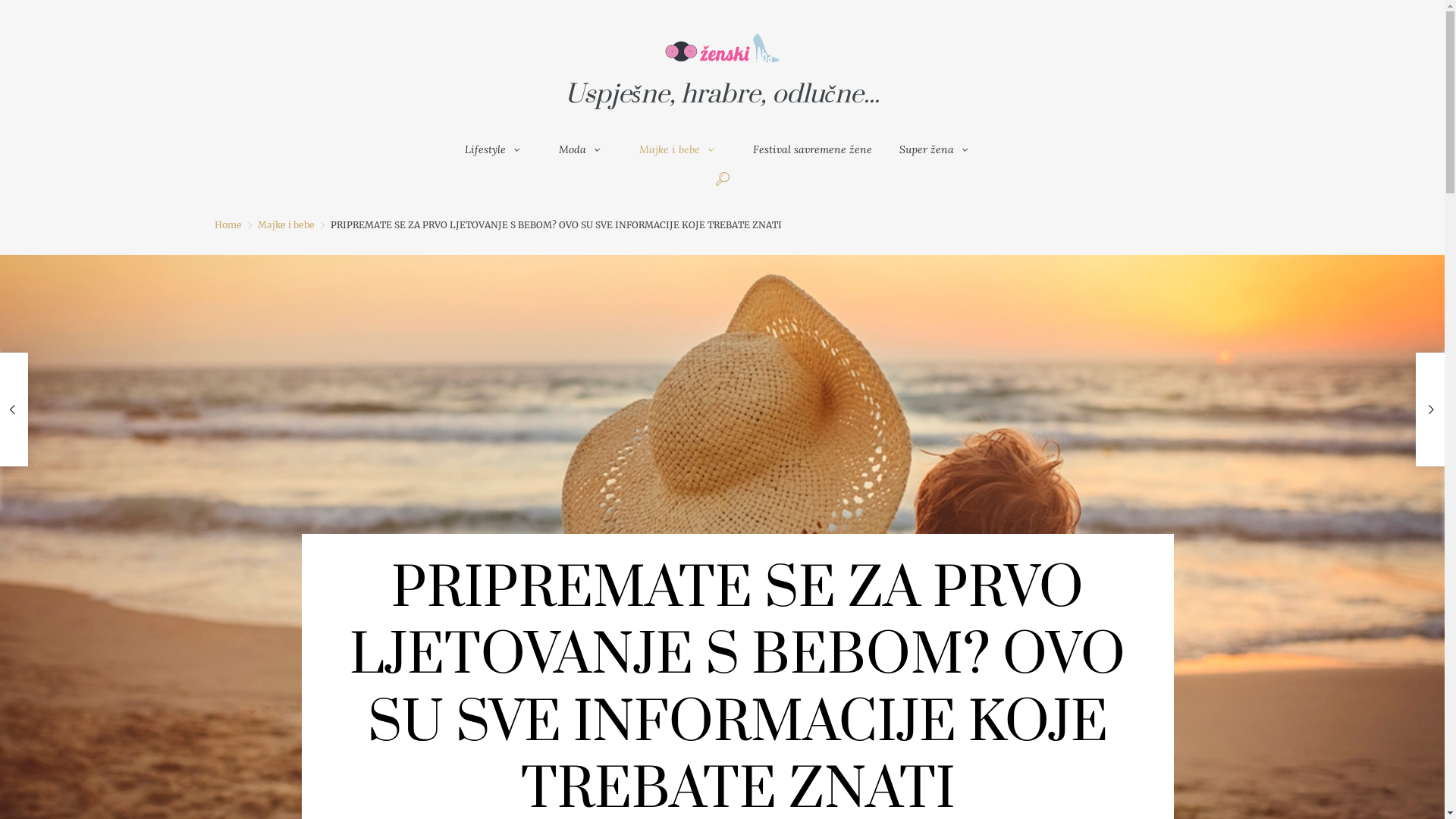 This screenshot has width=1456, height=819. What do you see at coordinates (585, 149) in the screenshot?
I see `'Moda'` at bounding box center [585, 149].